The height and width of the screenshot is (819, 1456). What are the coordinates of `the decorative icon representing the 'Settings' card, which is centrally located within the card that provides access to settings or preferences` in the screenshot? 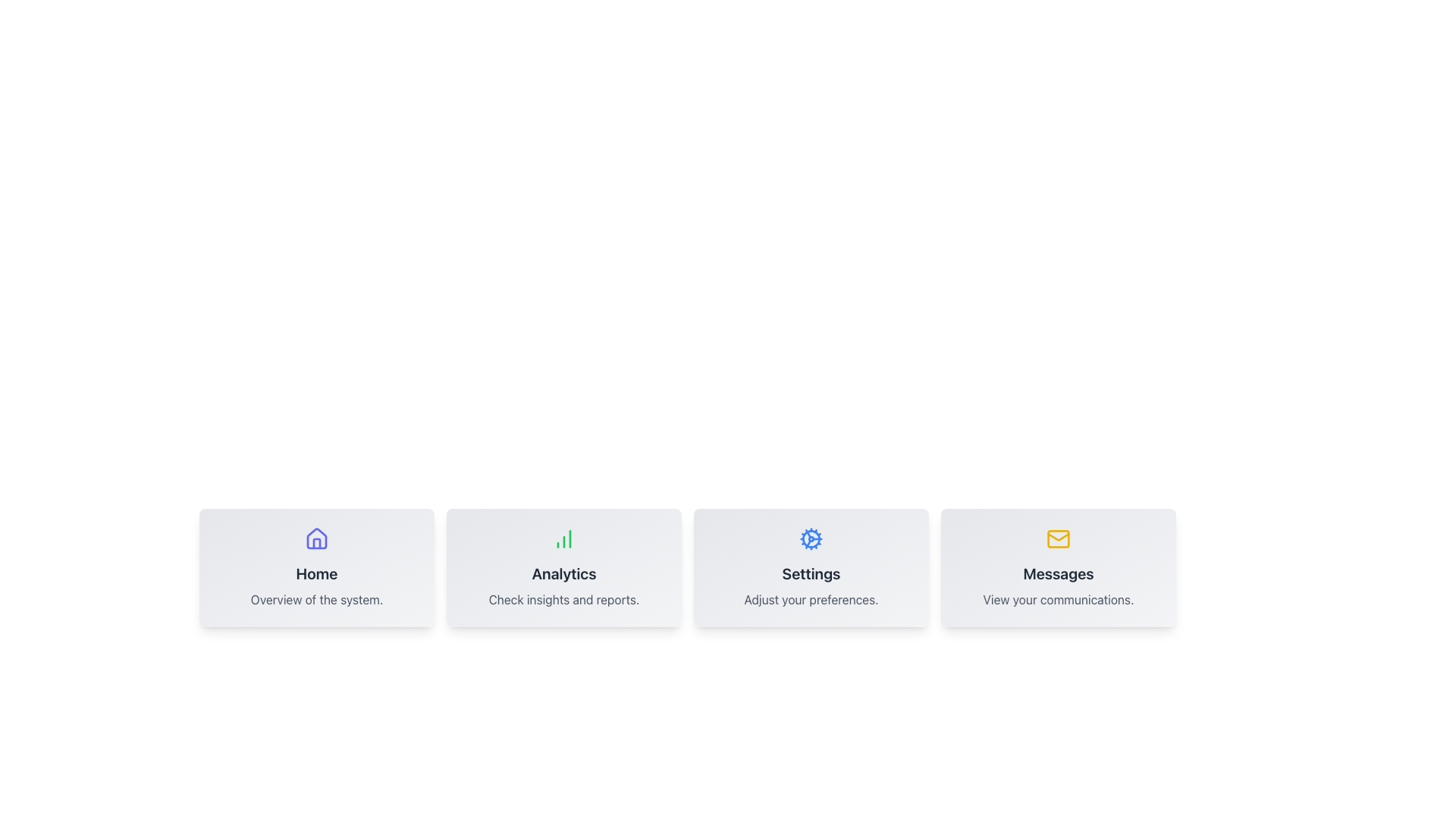 It's located at (811, 538).